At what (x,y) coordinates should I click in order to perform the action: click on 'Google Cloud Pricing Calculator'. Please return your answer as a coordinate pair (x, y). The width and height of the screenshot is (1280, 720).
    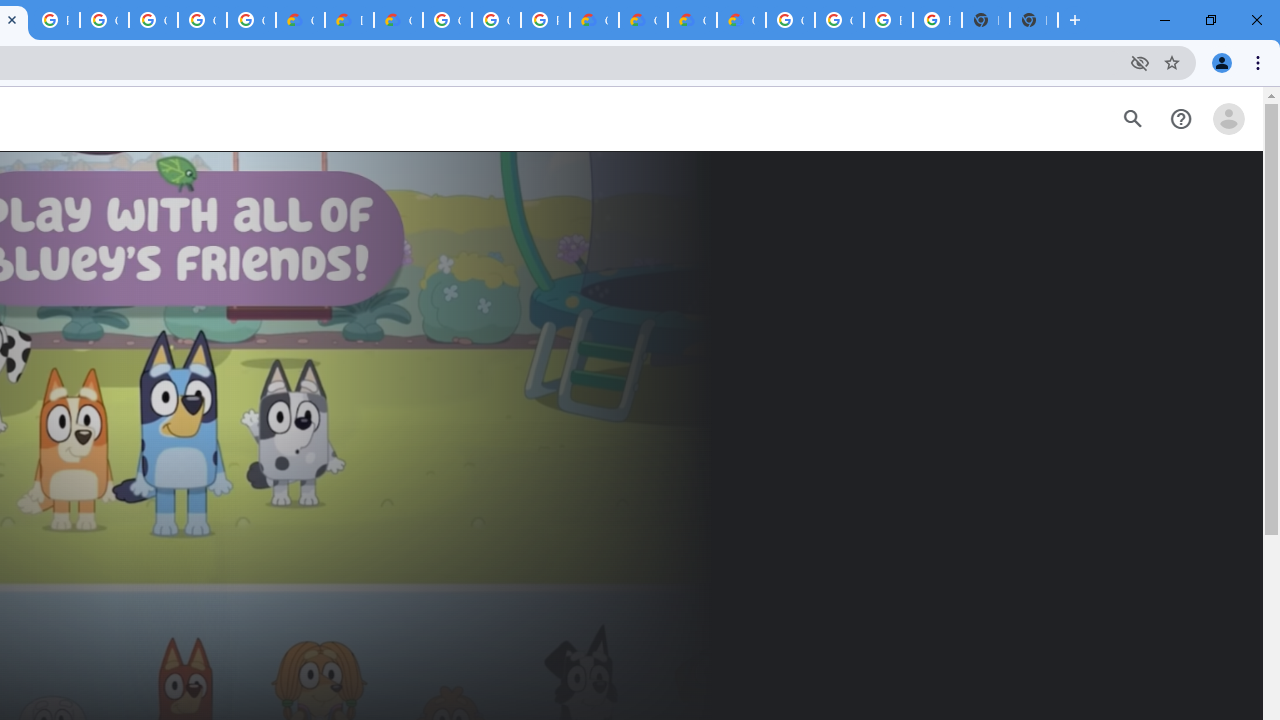
    Looking at the image, I should click on (692, 20).